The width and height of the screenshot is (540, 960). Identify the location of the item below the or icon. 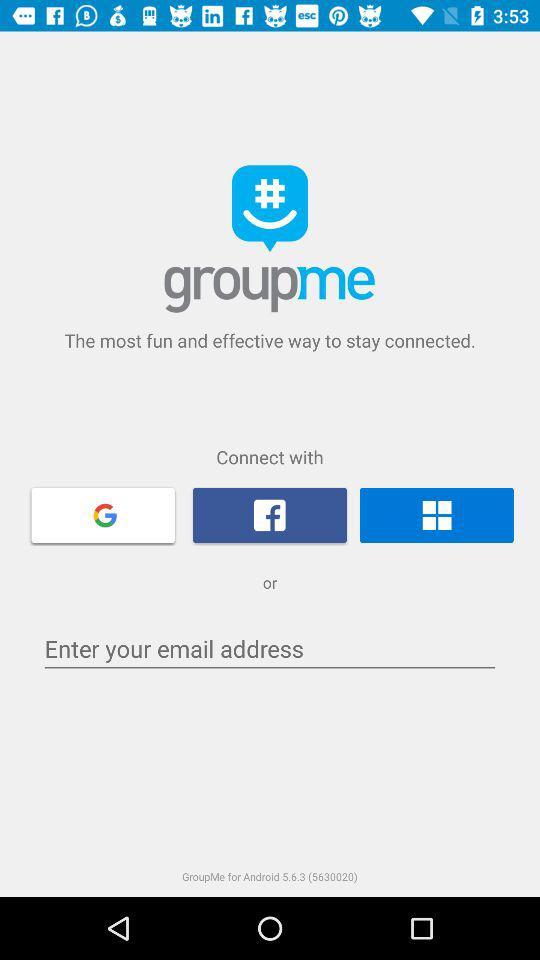
(270, 648).